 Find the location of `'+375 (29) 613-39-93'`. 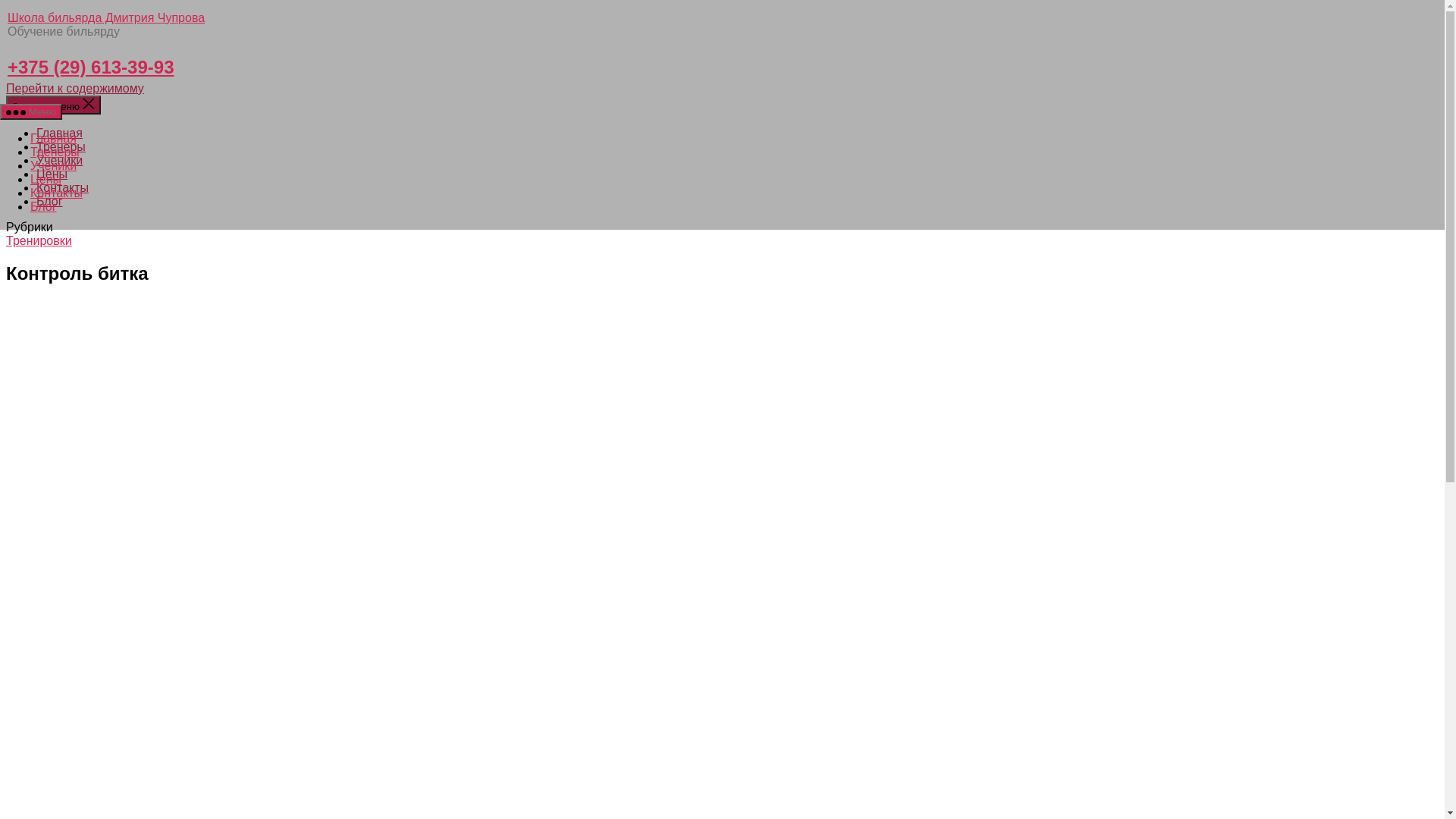

'+375 (29) 613-39-93' is located at coordinates (90, 66).